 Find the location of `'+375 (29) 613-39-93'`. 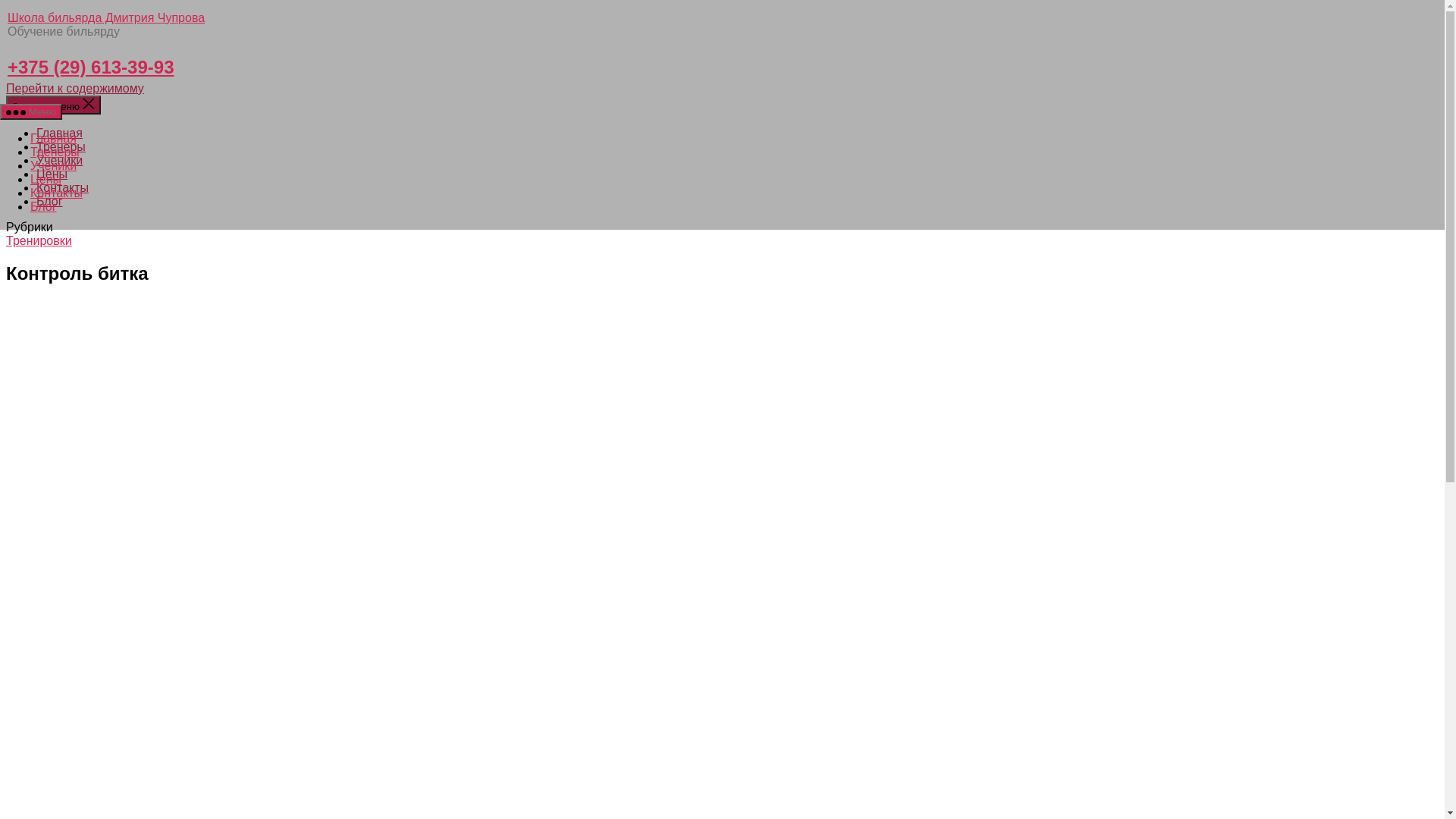

'+375 (29) 613-39-93' is located at coordinates (90, 66).